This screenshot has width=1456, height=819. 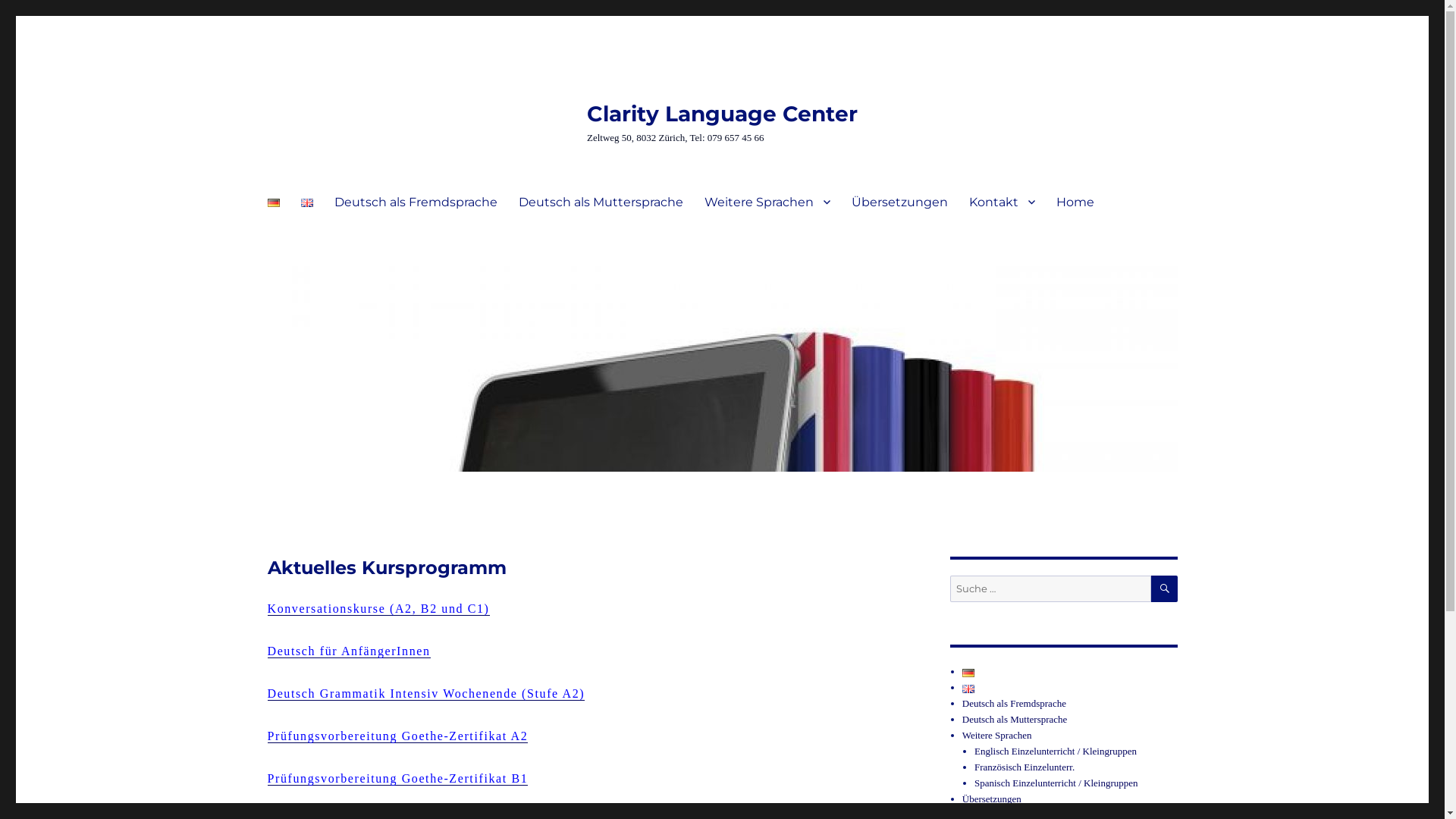 I want to click on 'Spanisch Einzelunterricht / Kleingruppen', so click(x=1055, y=783).